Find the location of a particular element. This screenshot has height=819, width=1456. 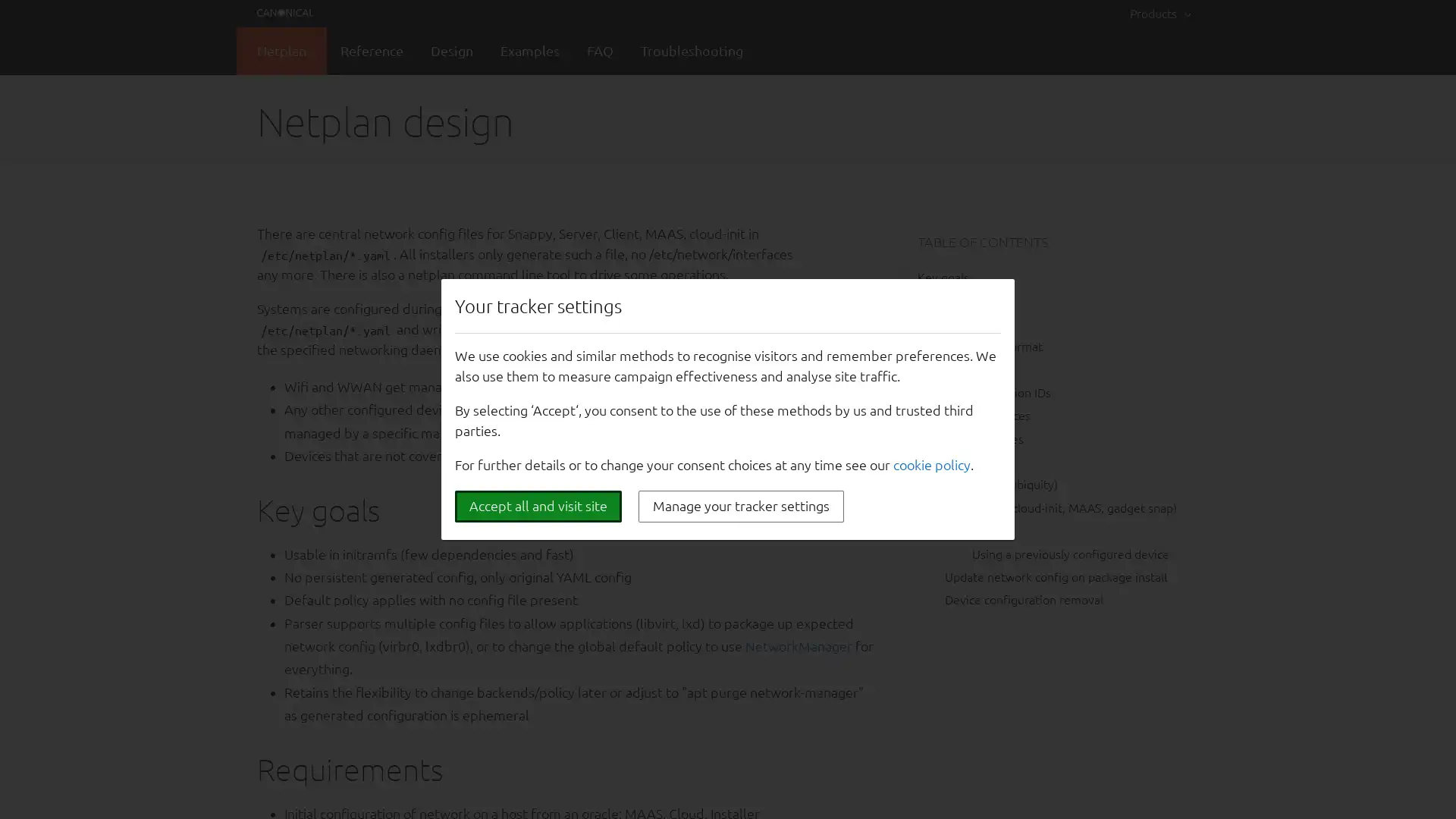

Manage your tracker settings is located at coordinates (741, 506).